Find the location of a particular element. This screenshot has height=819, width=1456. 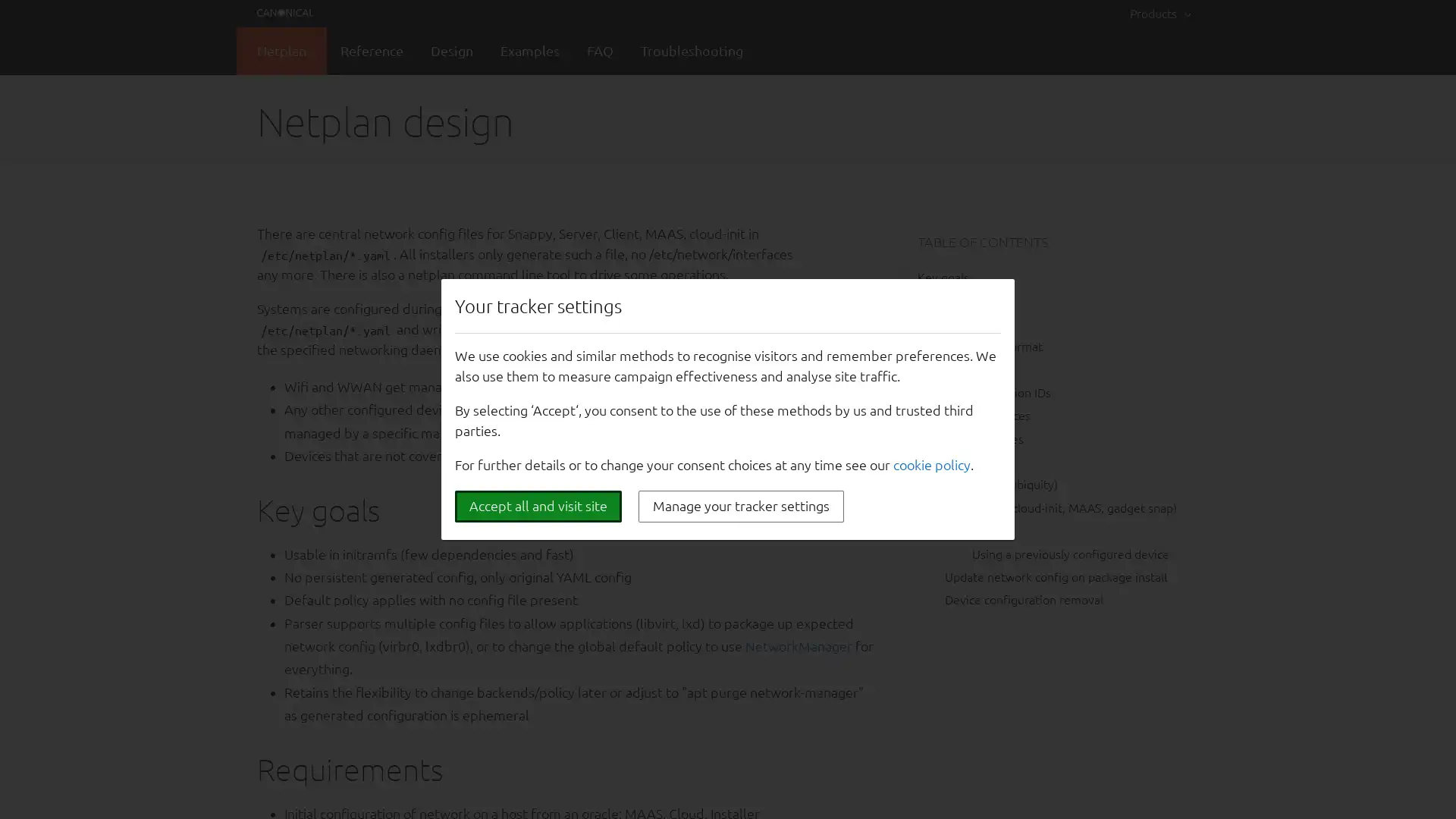

Manage your tracker settings is located at coordinates (741, 506).